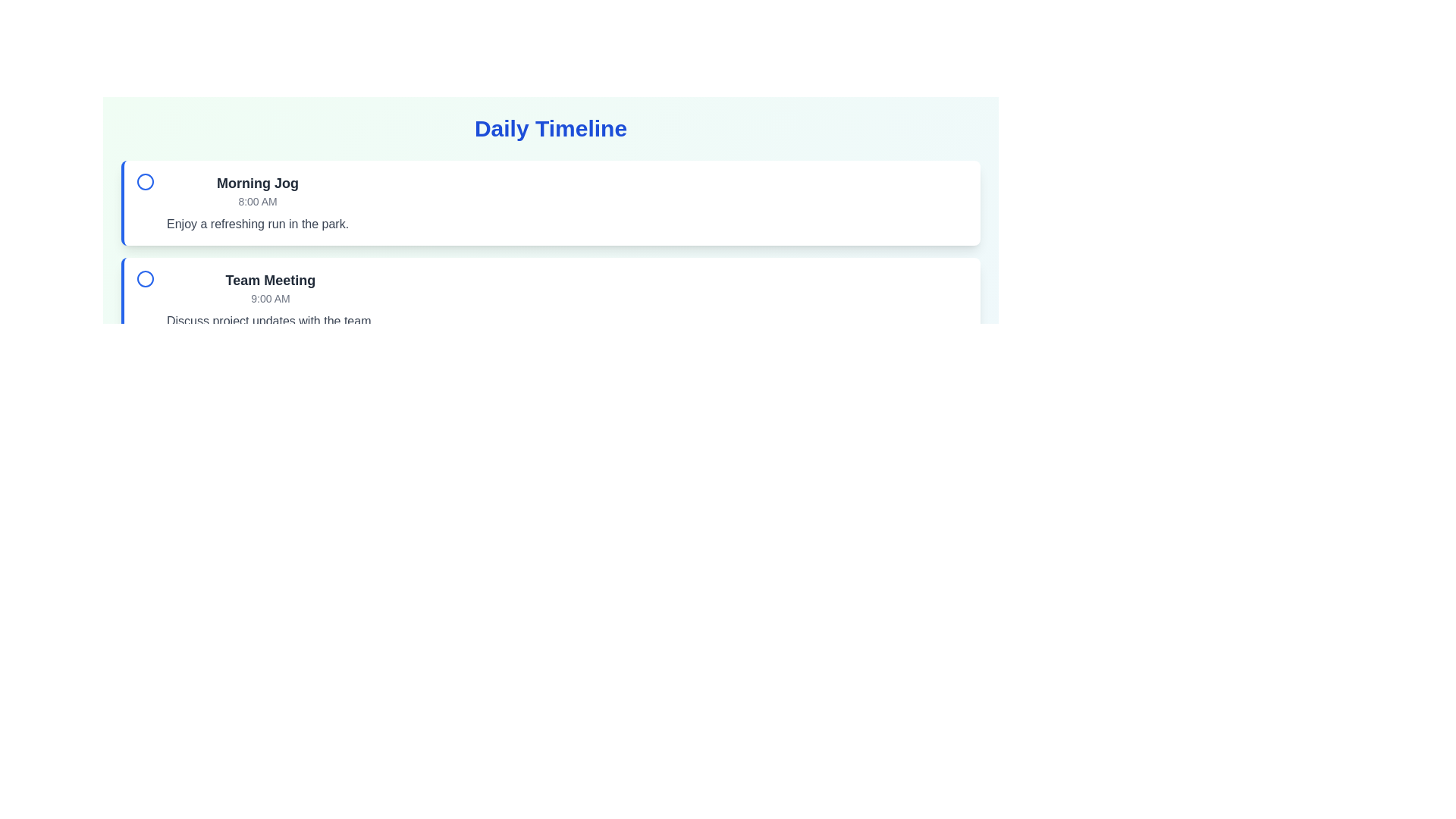 Image resolution: width=1456 pixels, height=819 pixels. Describe the element at coordinates (258, 202) in the screenshot. I see `the informational card displaying 'Morning Jog' scheduled at '8:00 AM'` at that location.